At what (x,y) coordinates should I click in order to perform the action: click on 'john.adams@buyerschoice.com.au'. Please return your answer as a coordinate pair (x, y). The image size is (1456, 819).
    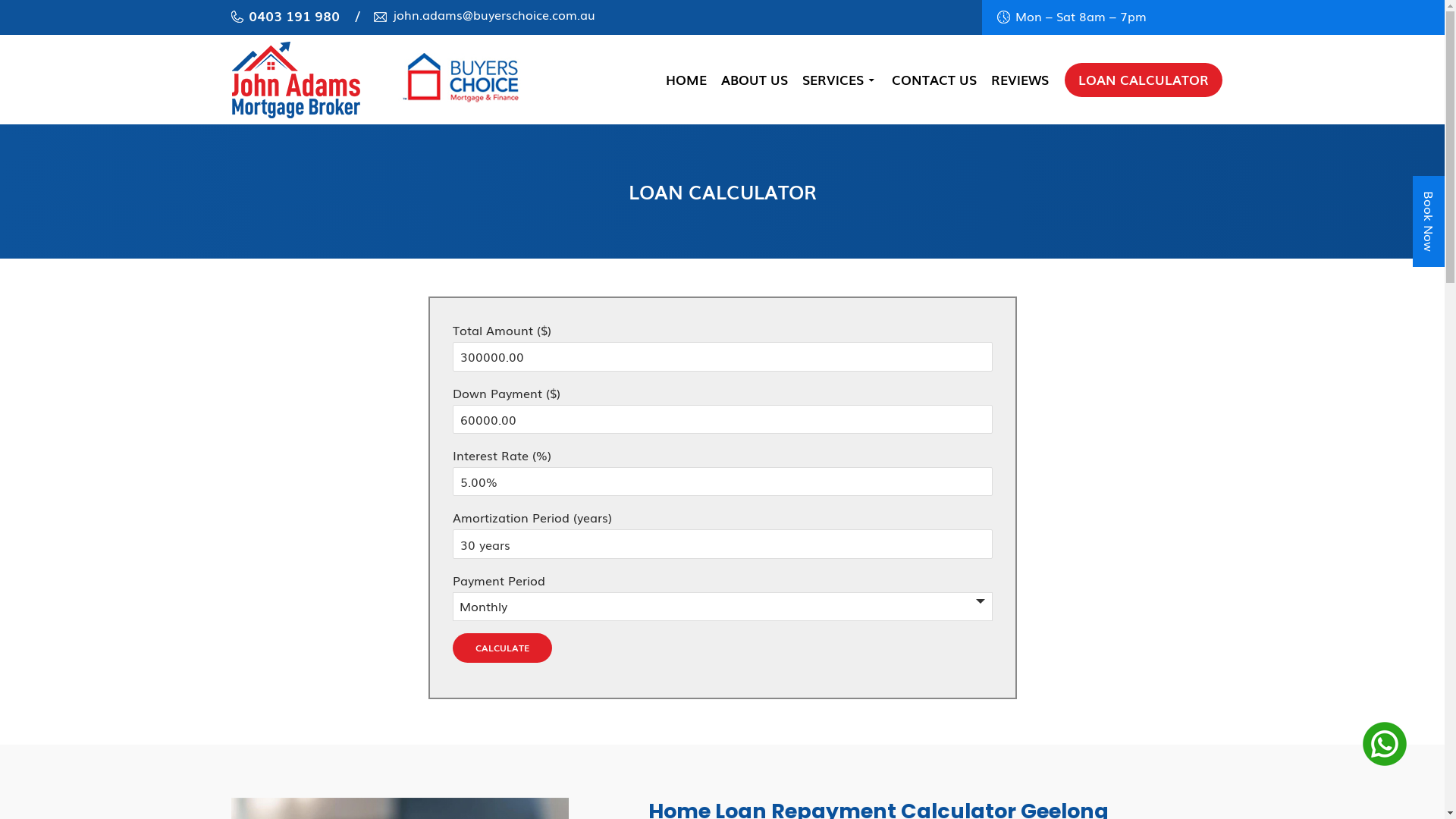
    Looking at the image, I should click on (483, 14).